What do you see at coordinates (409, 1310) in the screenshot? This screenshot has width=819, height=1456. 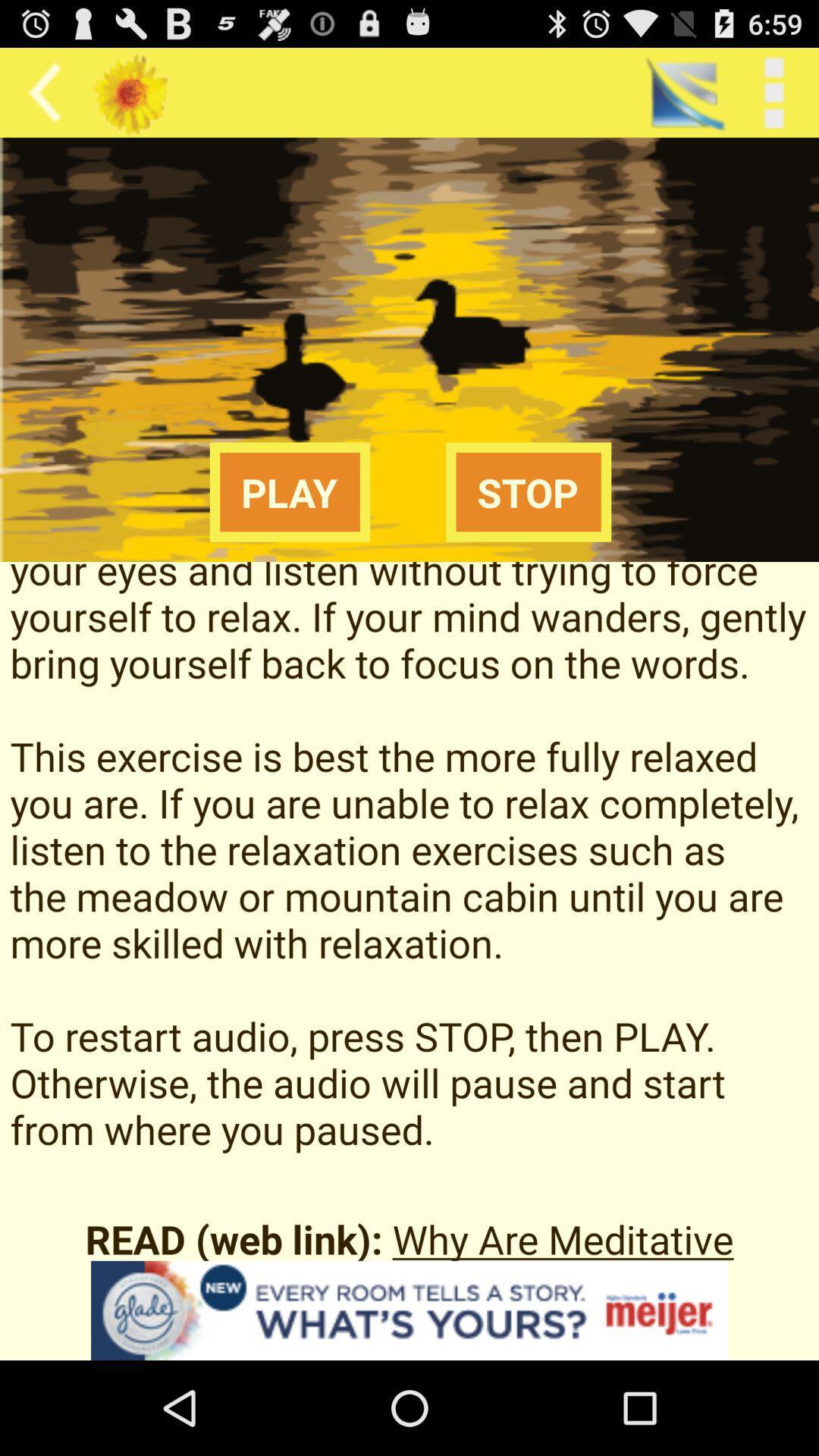 I see `advertisement` at bounding box center [409, 1310].